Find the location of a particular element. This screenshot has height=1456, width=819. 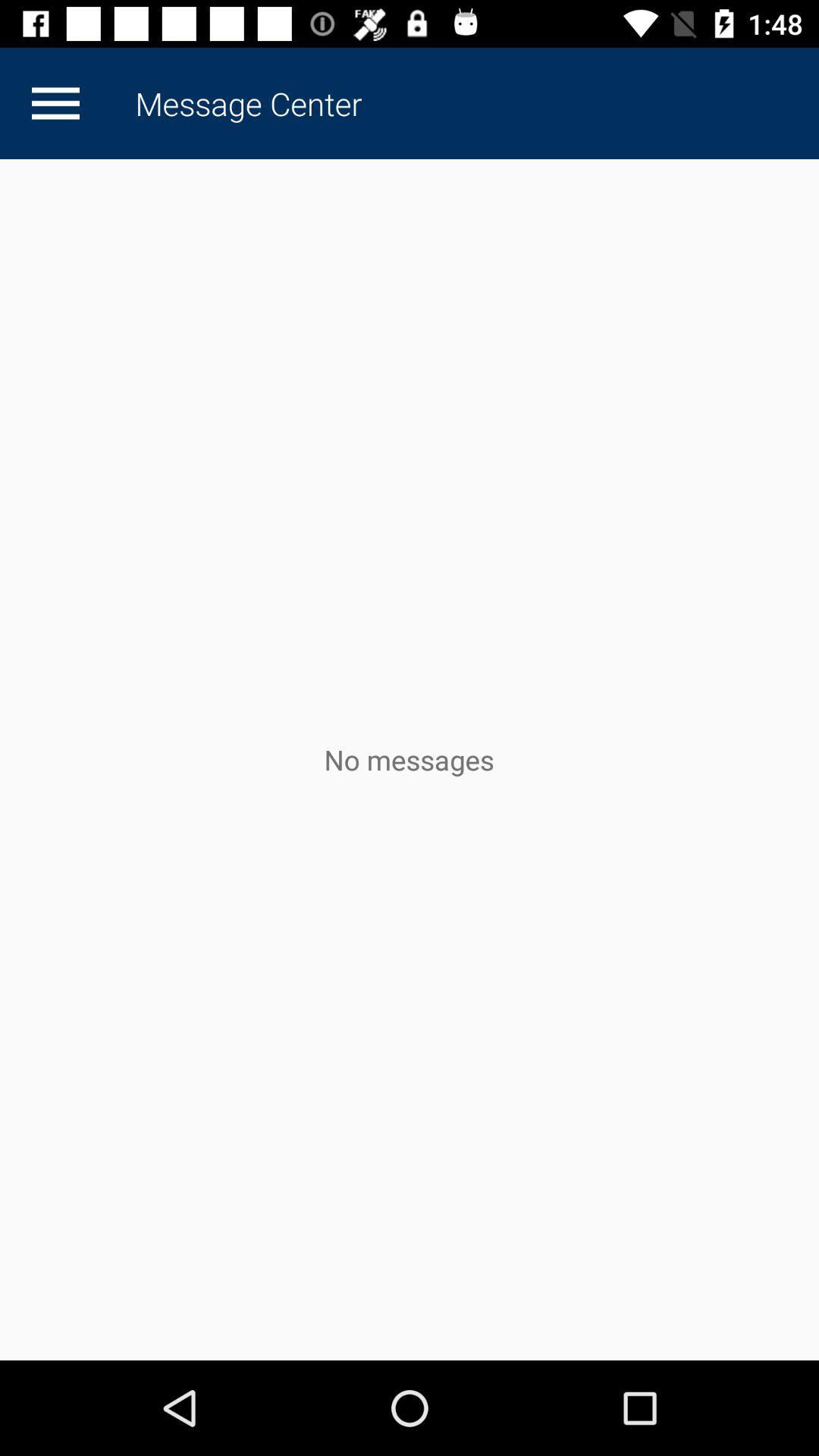

menu is located at coordinates (55, 102).